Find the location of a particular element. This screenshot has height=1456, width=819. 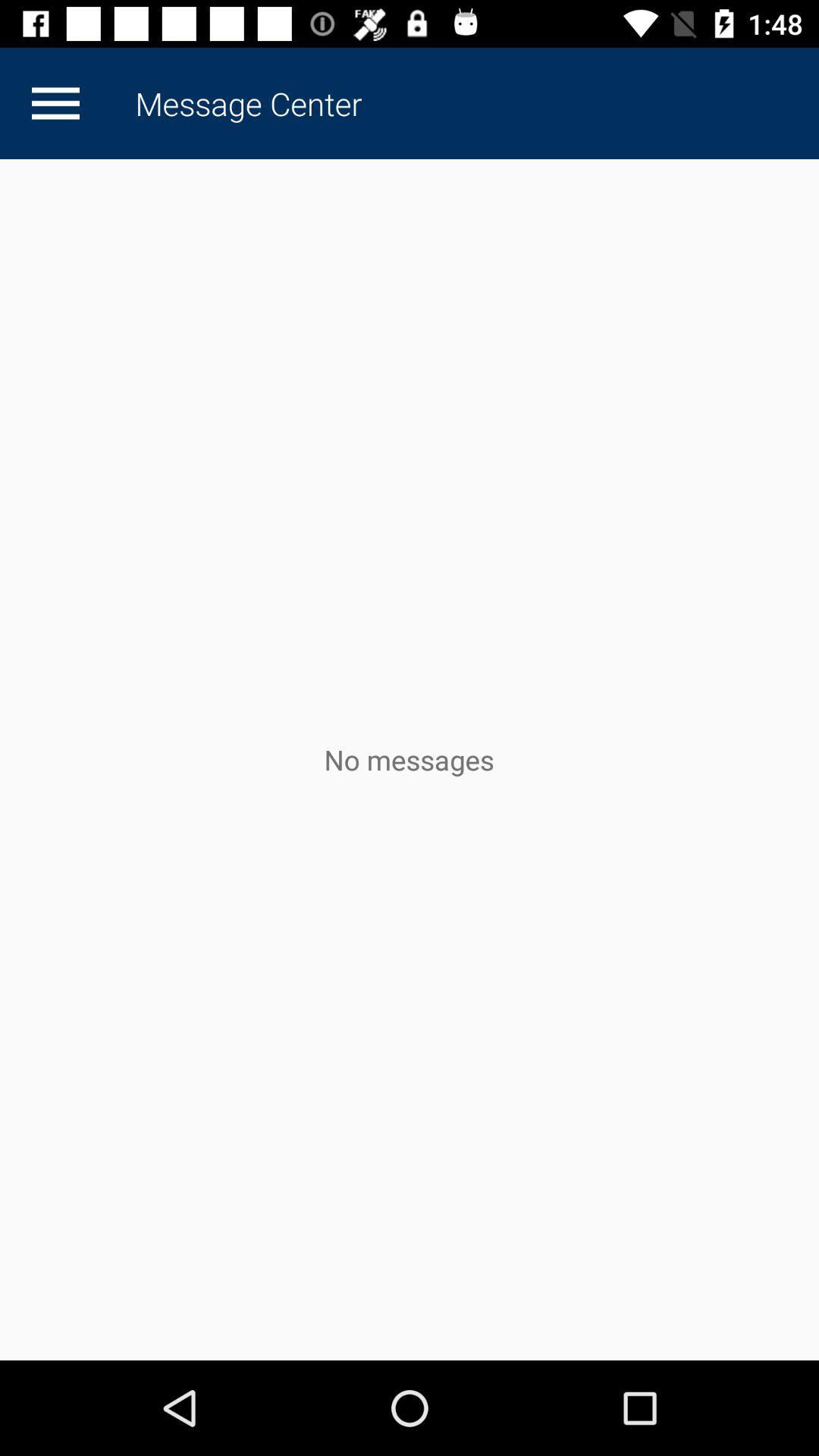

menu is located at coordinates (55, 102).